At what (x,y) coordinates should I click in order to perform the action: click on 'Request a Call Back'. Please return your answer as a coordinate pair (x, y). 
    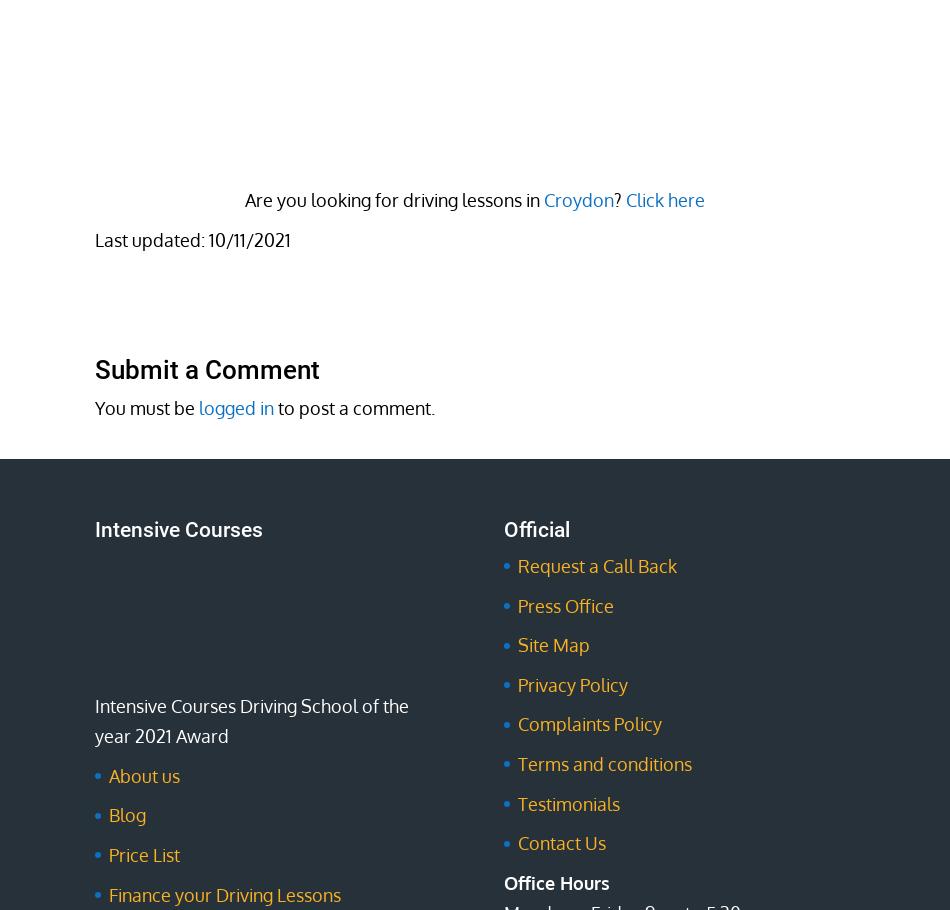
    Looking at the image, I should click on (516, 566).